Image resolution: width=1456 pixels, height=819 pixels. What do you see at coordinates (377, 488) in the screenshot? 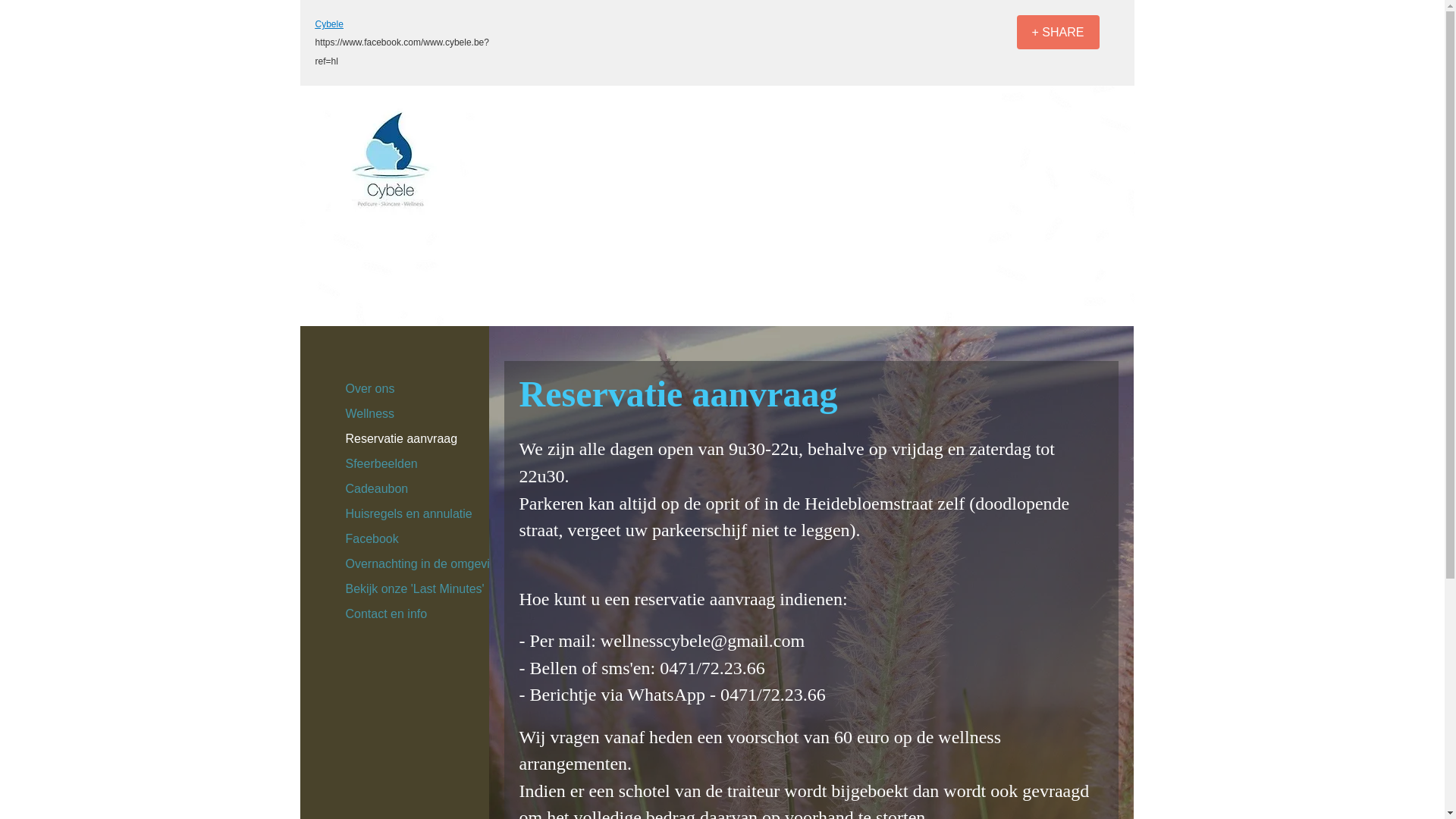
I see `'Cadeaubon'` at bounding box center [377, 488].